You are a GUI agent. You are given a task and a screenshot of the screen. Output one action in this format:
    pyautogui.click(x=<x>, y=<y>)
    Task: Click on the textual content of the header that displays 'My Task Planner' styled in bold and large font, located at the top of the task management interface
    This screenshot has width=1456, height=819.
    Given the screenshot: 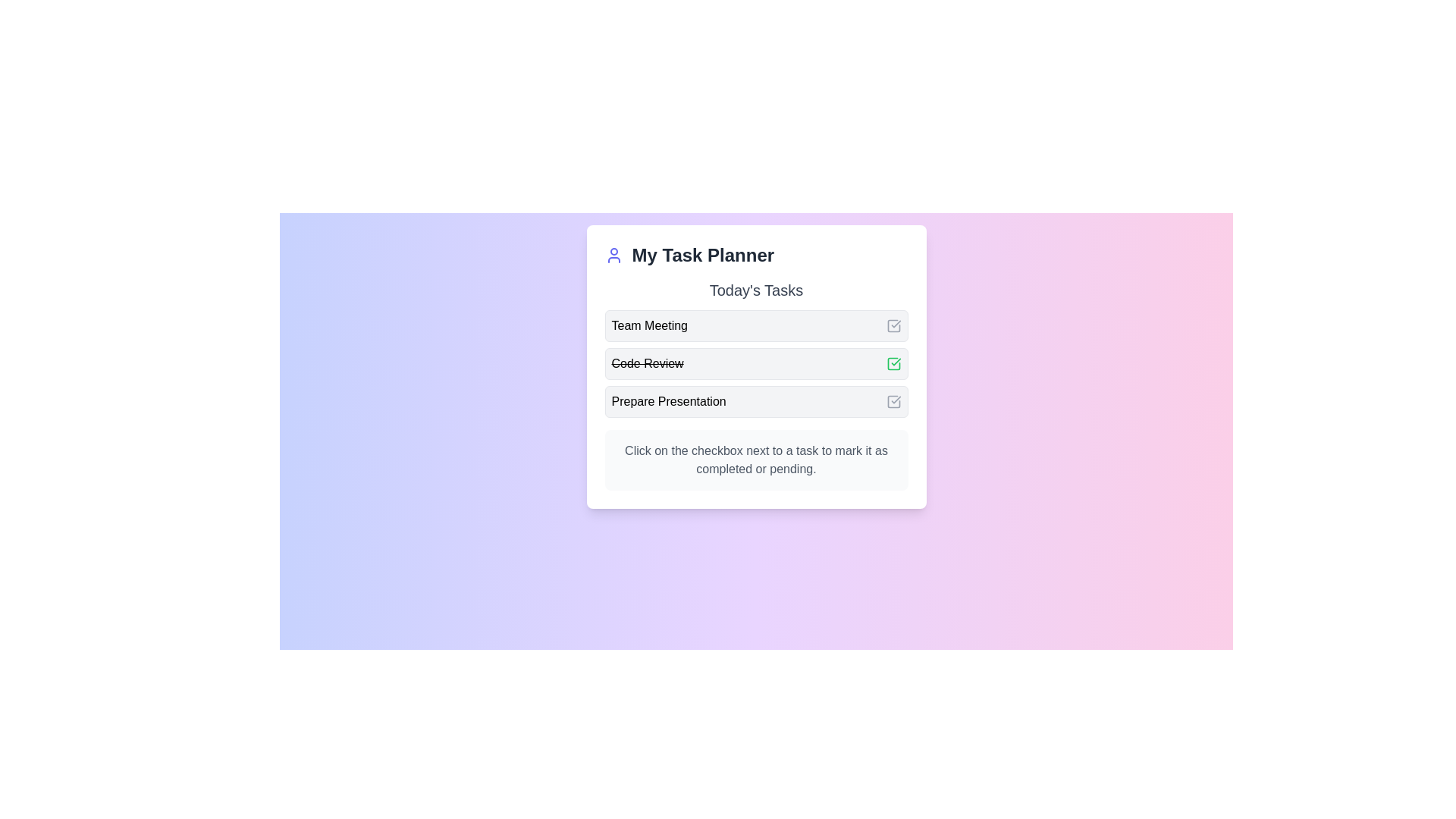 What is the action you would take?
    pyautogui.click(x=756, y=254)
    